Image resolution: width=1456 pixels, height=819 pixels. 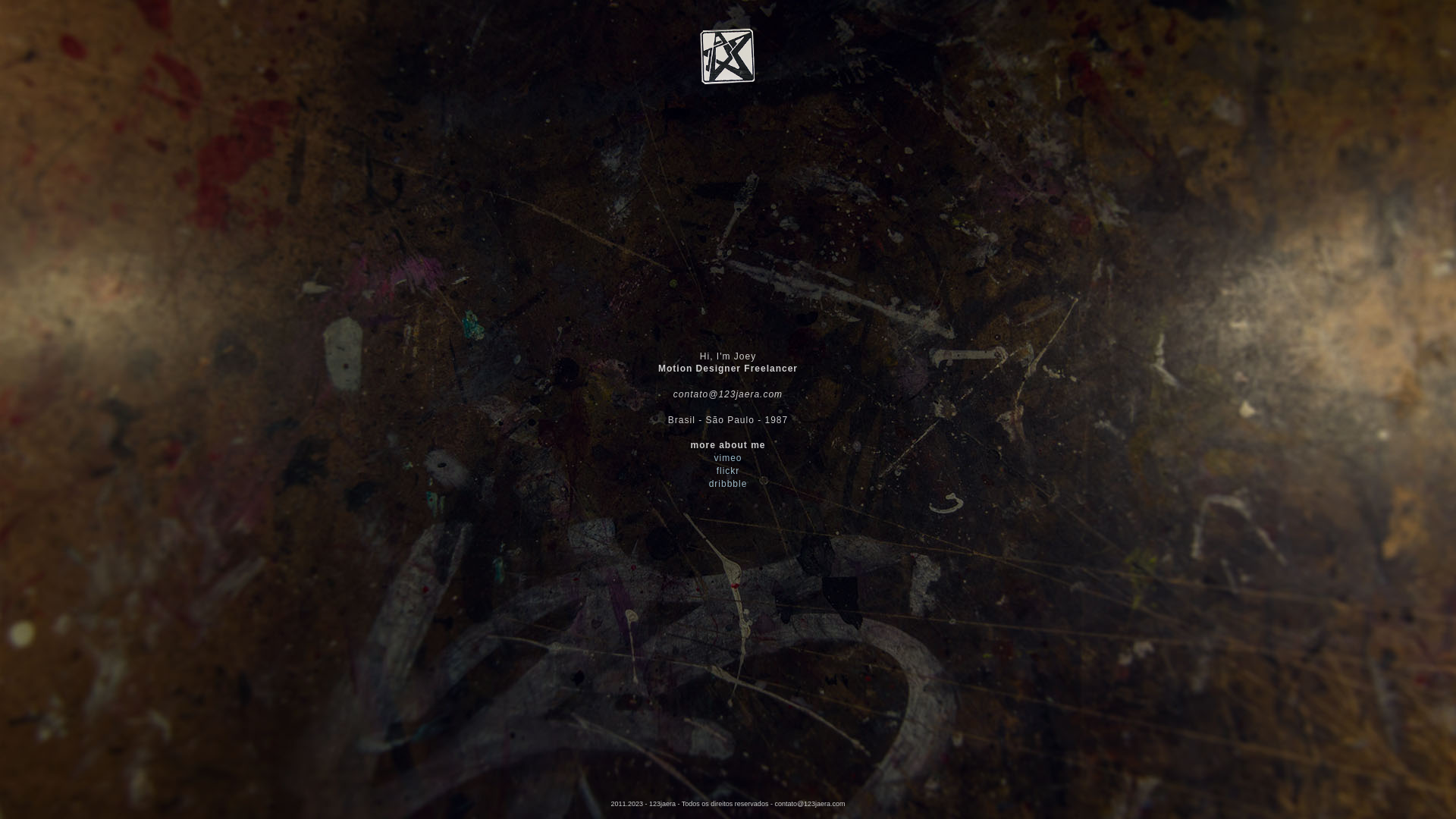 What do you see at coordinates (728, 470) in the screenshot?
I see `'flickr'` at bounding box center [728, 470].